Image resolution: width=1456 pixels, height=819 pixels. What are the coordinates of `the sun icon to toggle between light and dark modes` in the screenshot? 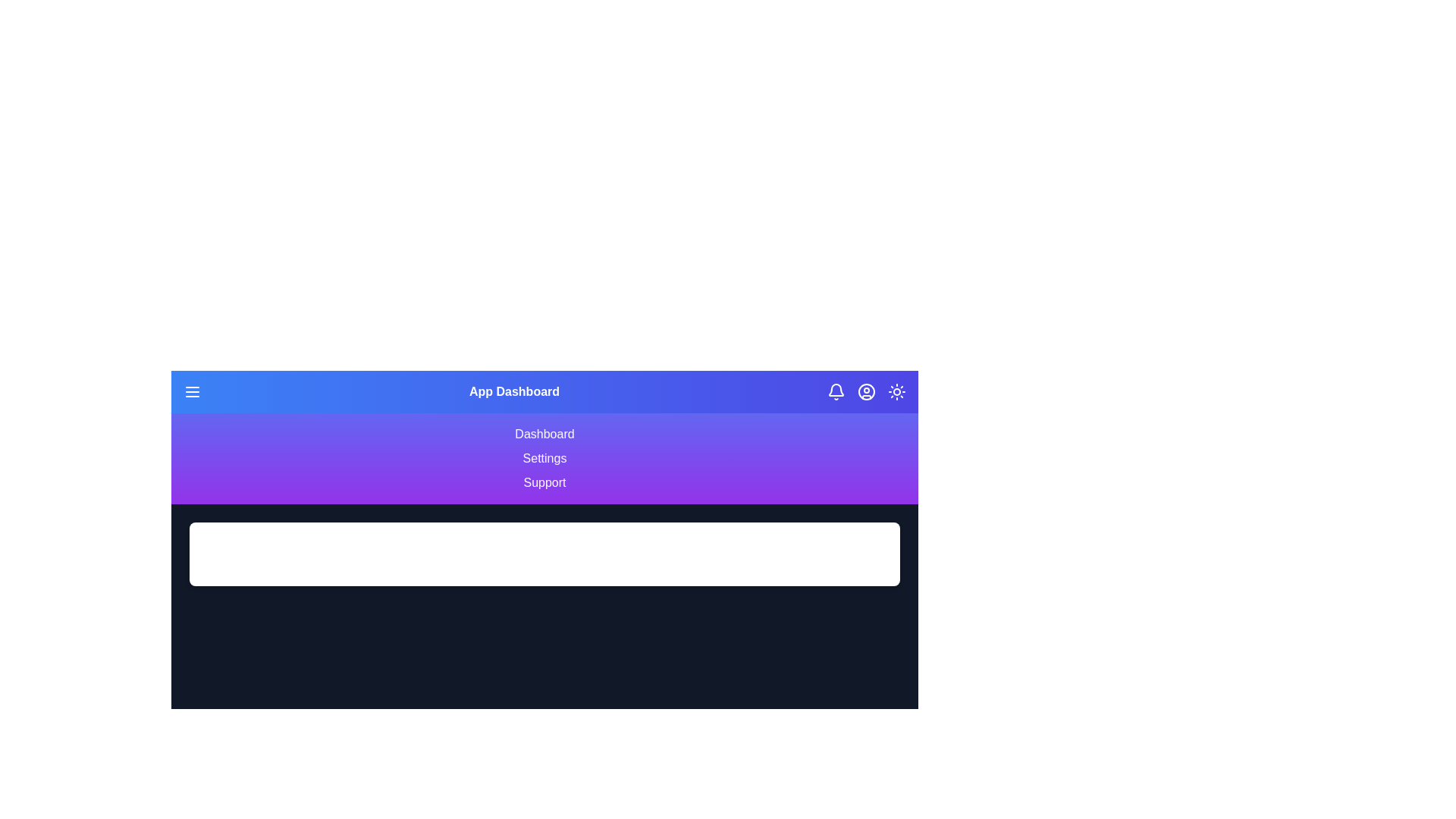 It's located at (896, 391).